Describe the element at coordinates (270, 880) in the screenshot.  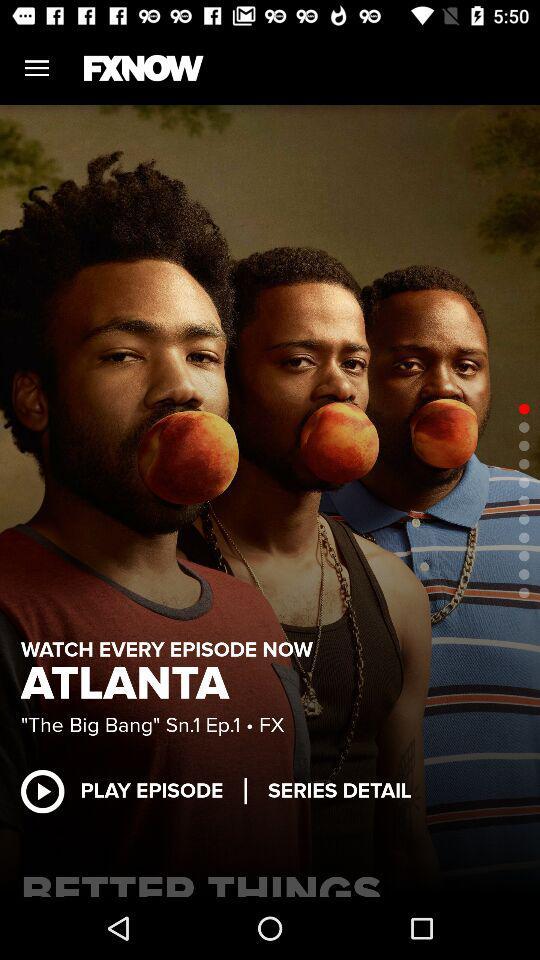
I see `better things icon` at that location.